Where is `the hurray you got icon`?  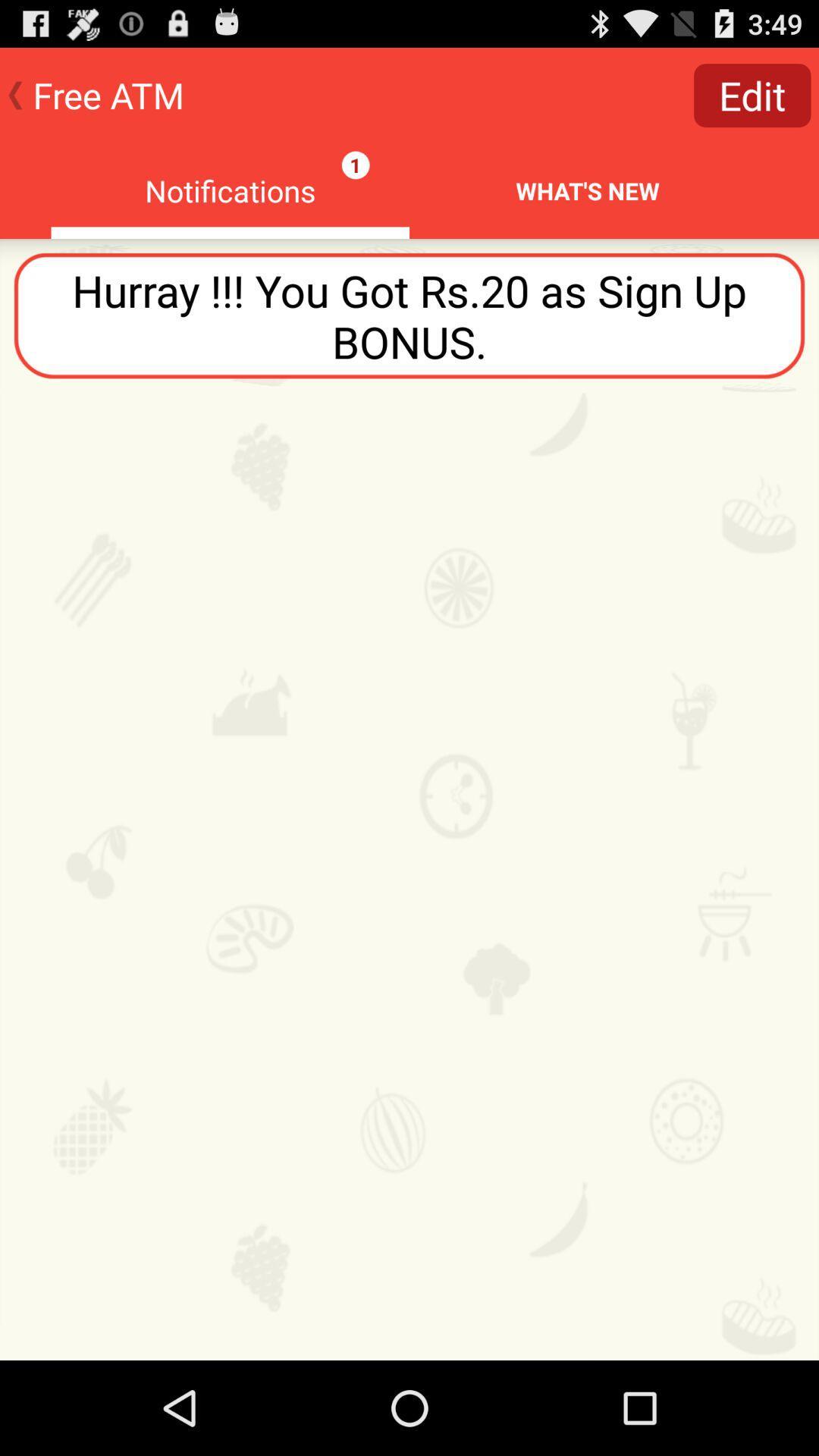
the hurray you got icon is located at coordinates (409, 315).